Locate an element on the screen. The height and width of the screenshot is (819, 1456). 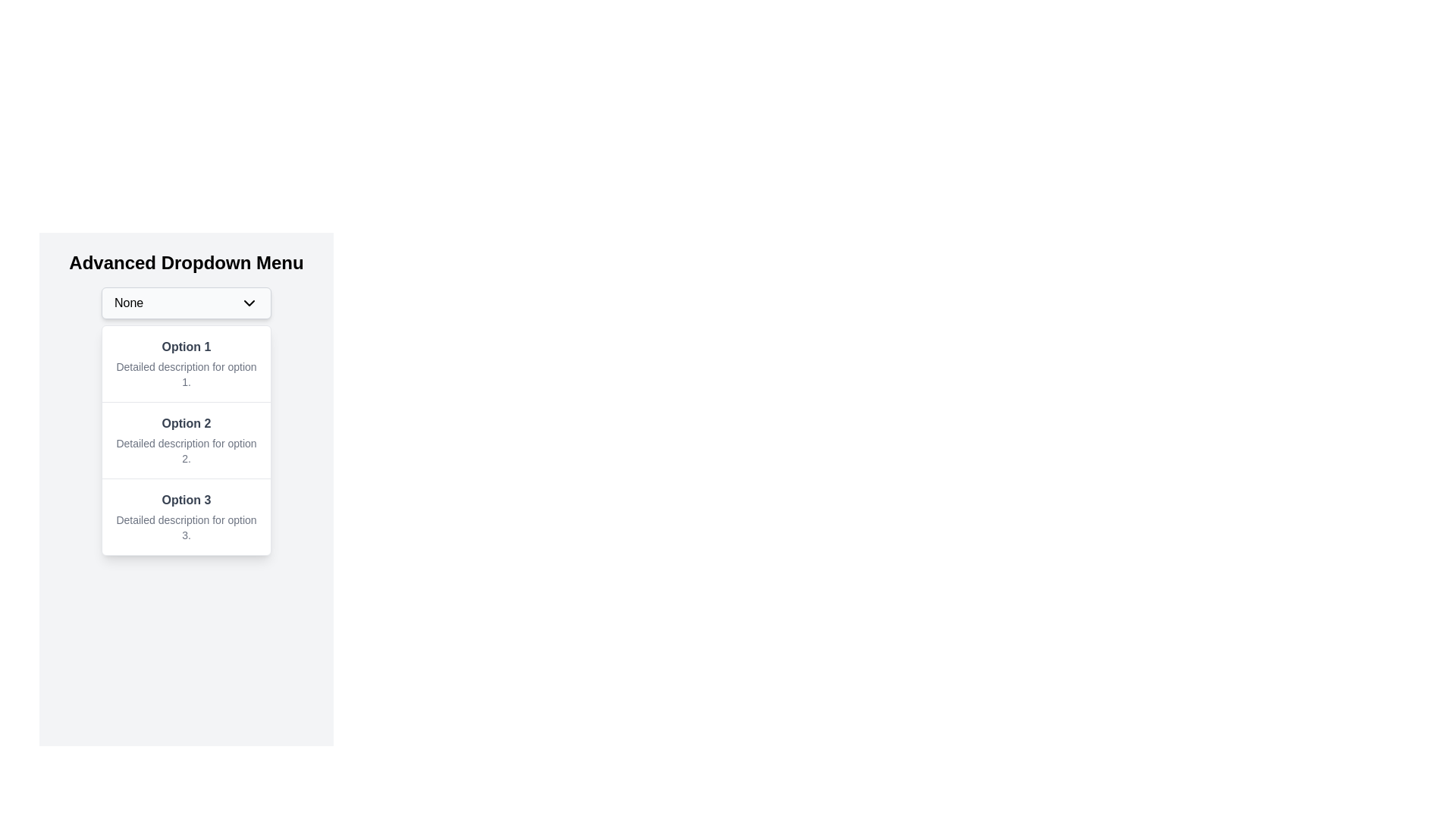
the second list item in the dropdown menu is located at coordinates (185, 441).